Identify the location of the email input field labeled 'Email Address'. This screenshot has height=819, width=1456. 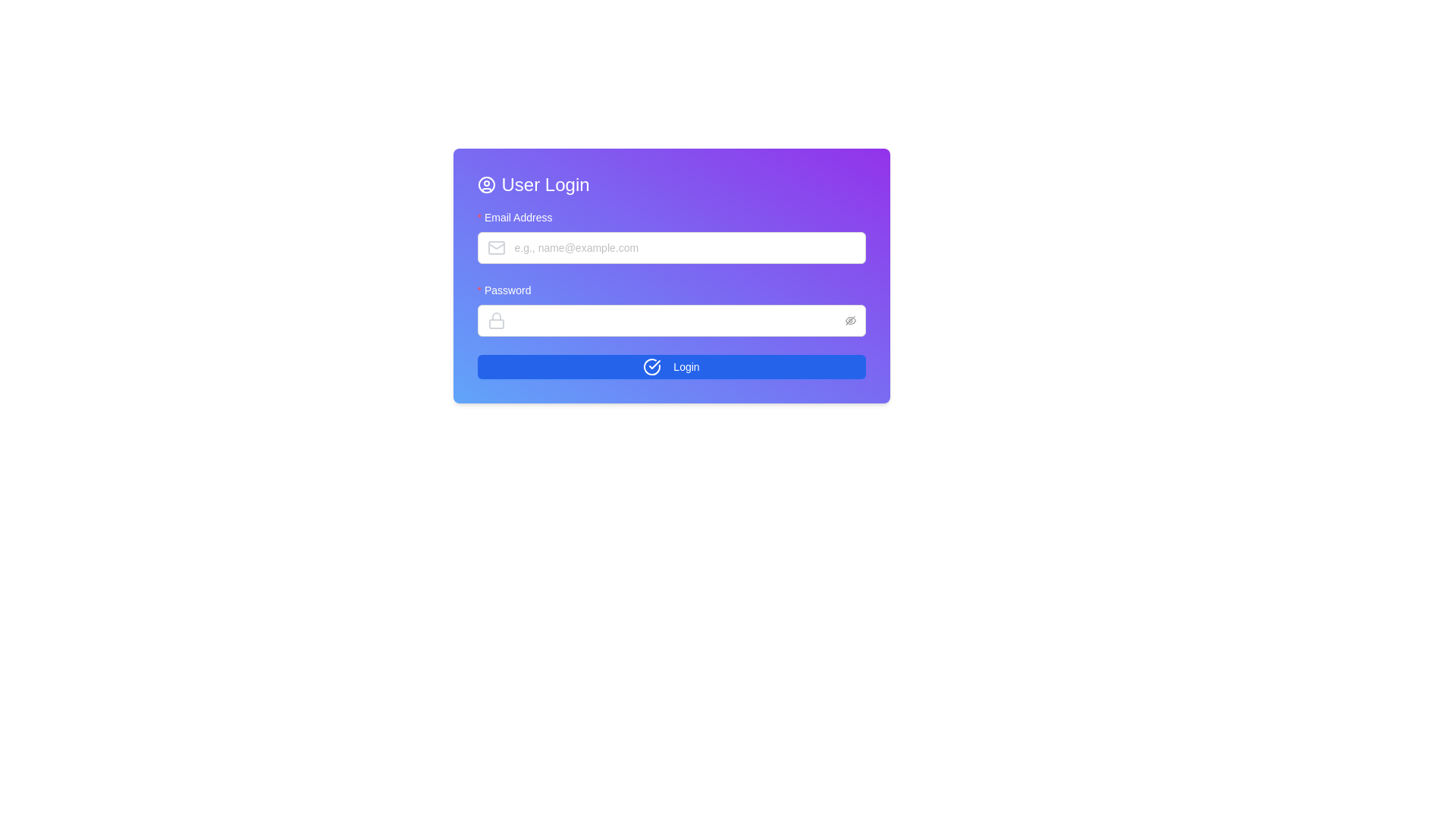
(670, 237).